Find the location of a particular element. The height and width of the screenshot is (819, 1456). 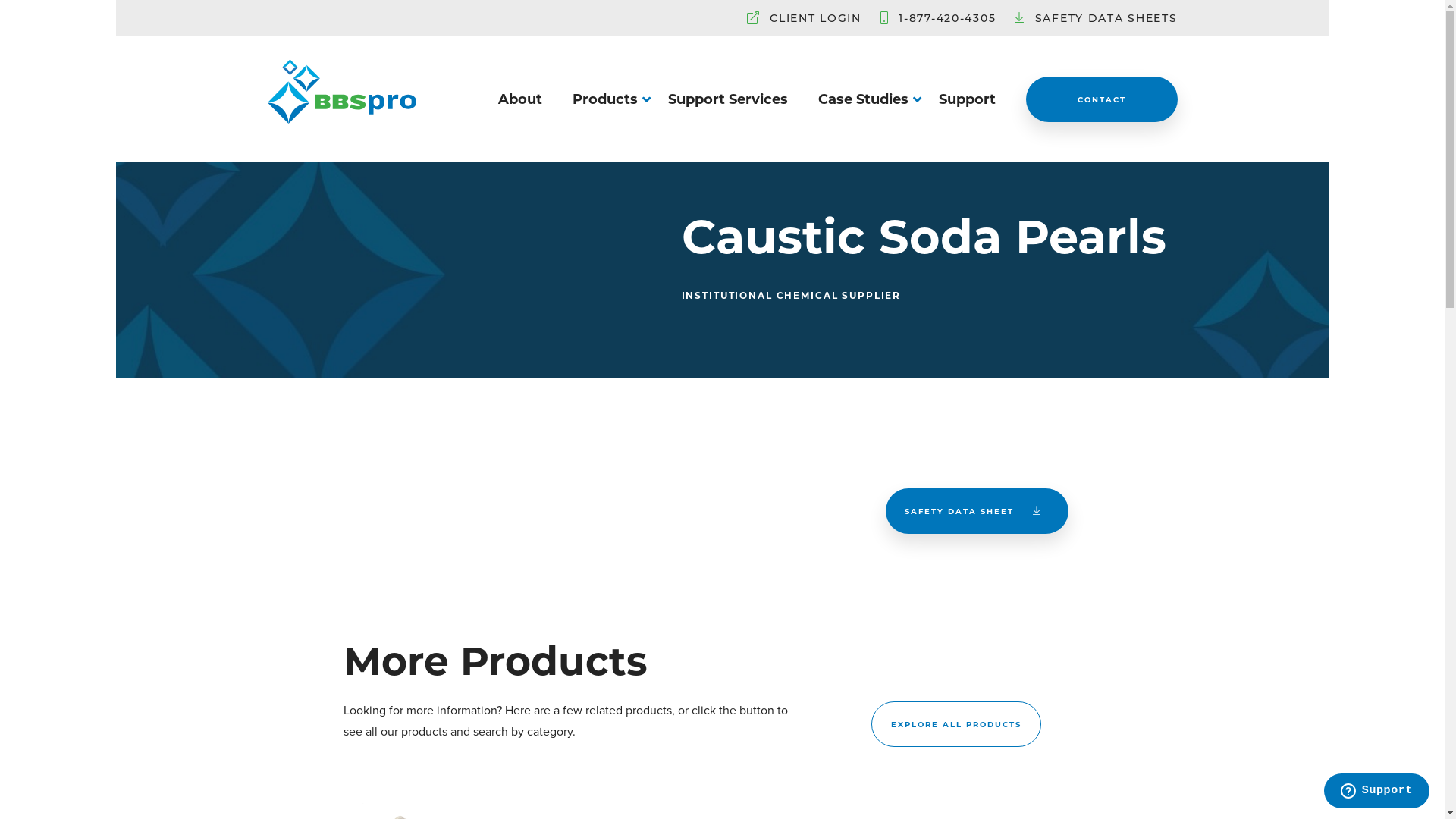

'About' is located at coordinates (519, 99).